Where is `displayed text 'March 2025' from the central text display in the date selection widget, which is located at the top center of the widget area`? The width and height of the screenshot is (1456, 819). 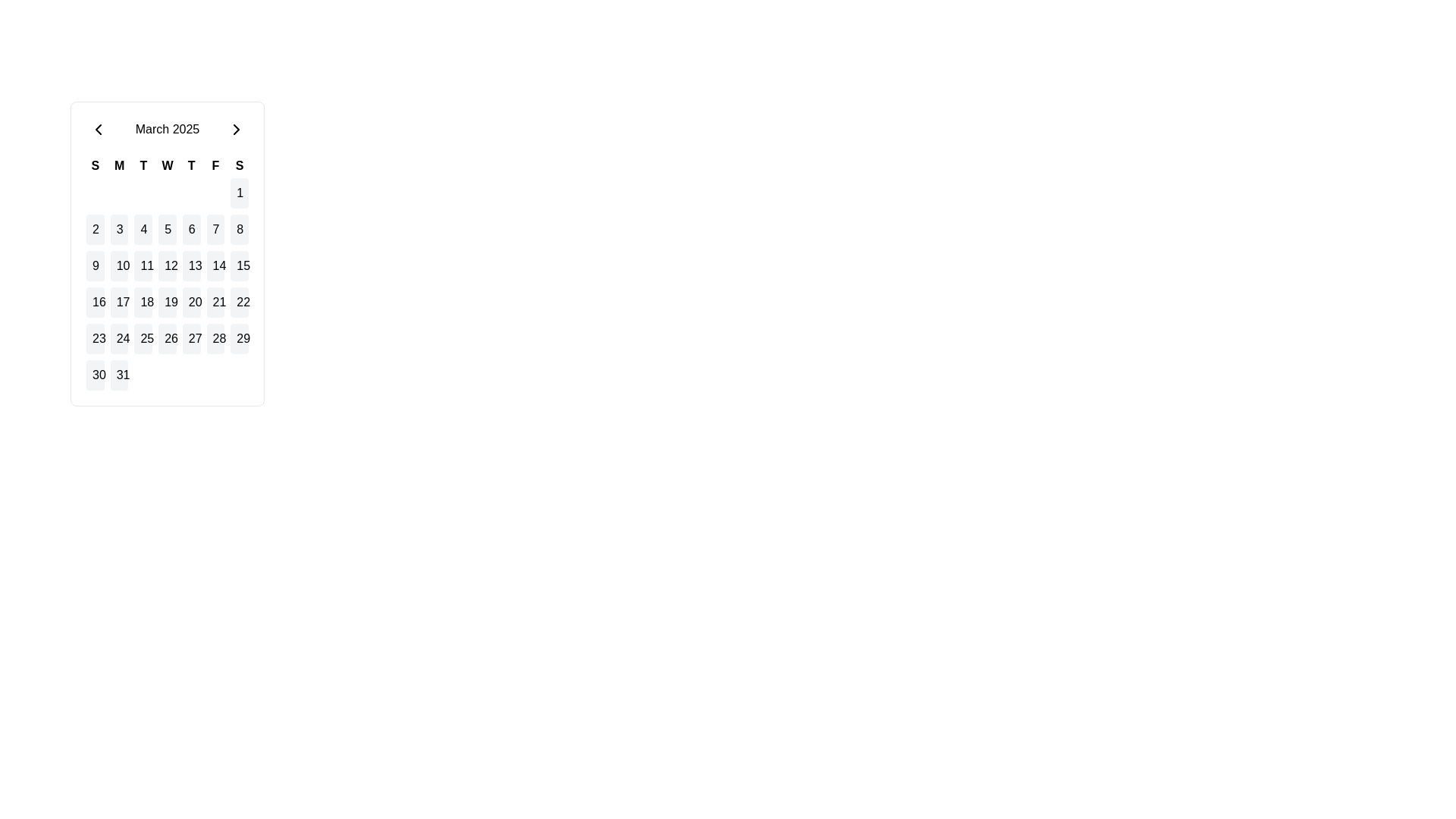 displayed text 'March 2025' from the central text display in the date selection widget, which is located at the top center of the widget area is located at coordinates (167, 128).